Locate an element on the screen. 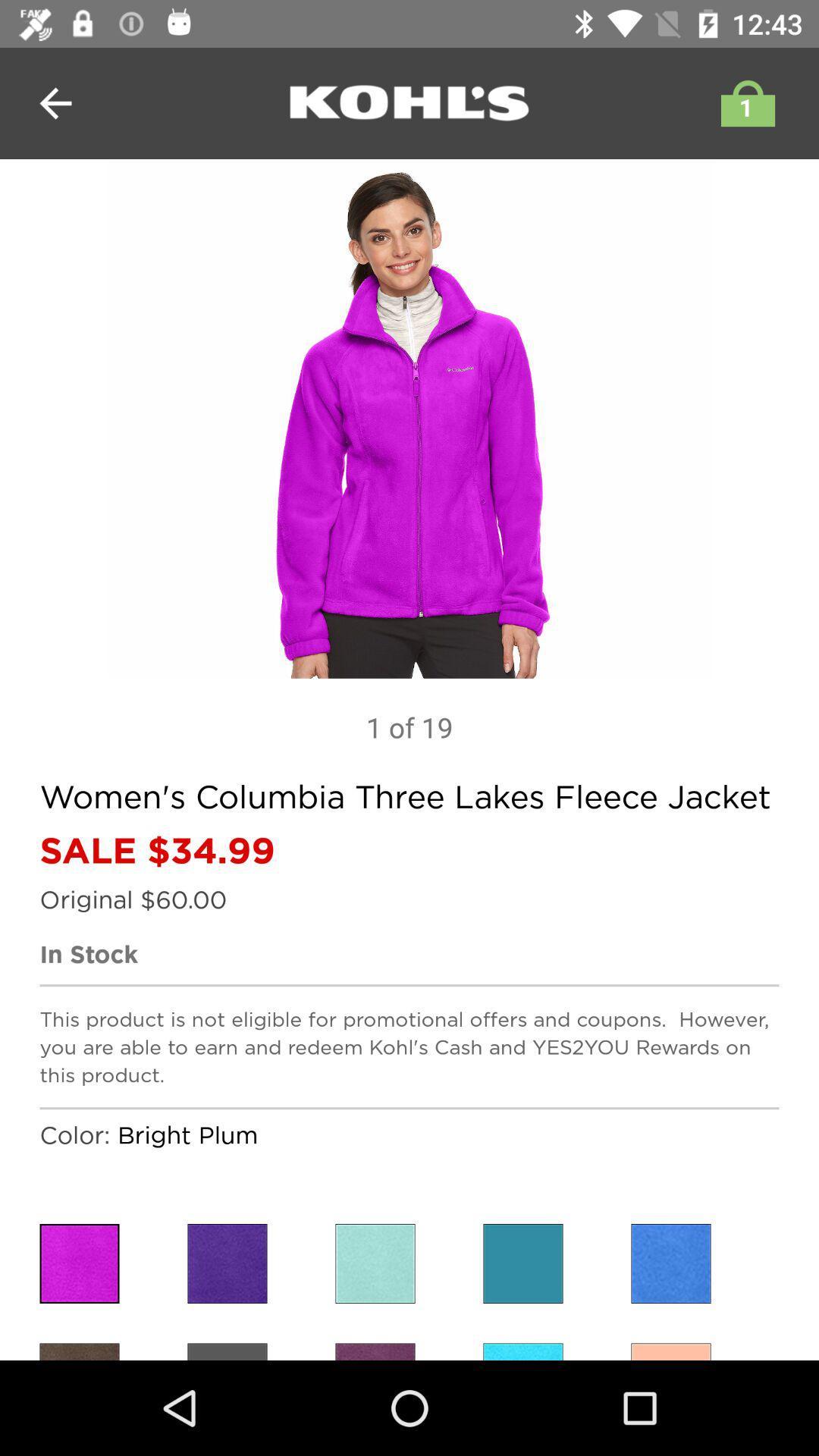  choose color is located at coordinates (375, 1263).